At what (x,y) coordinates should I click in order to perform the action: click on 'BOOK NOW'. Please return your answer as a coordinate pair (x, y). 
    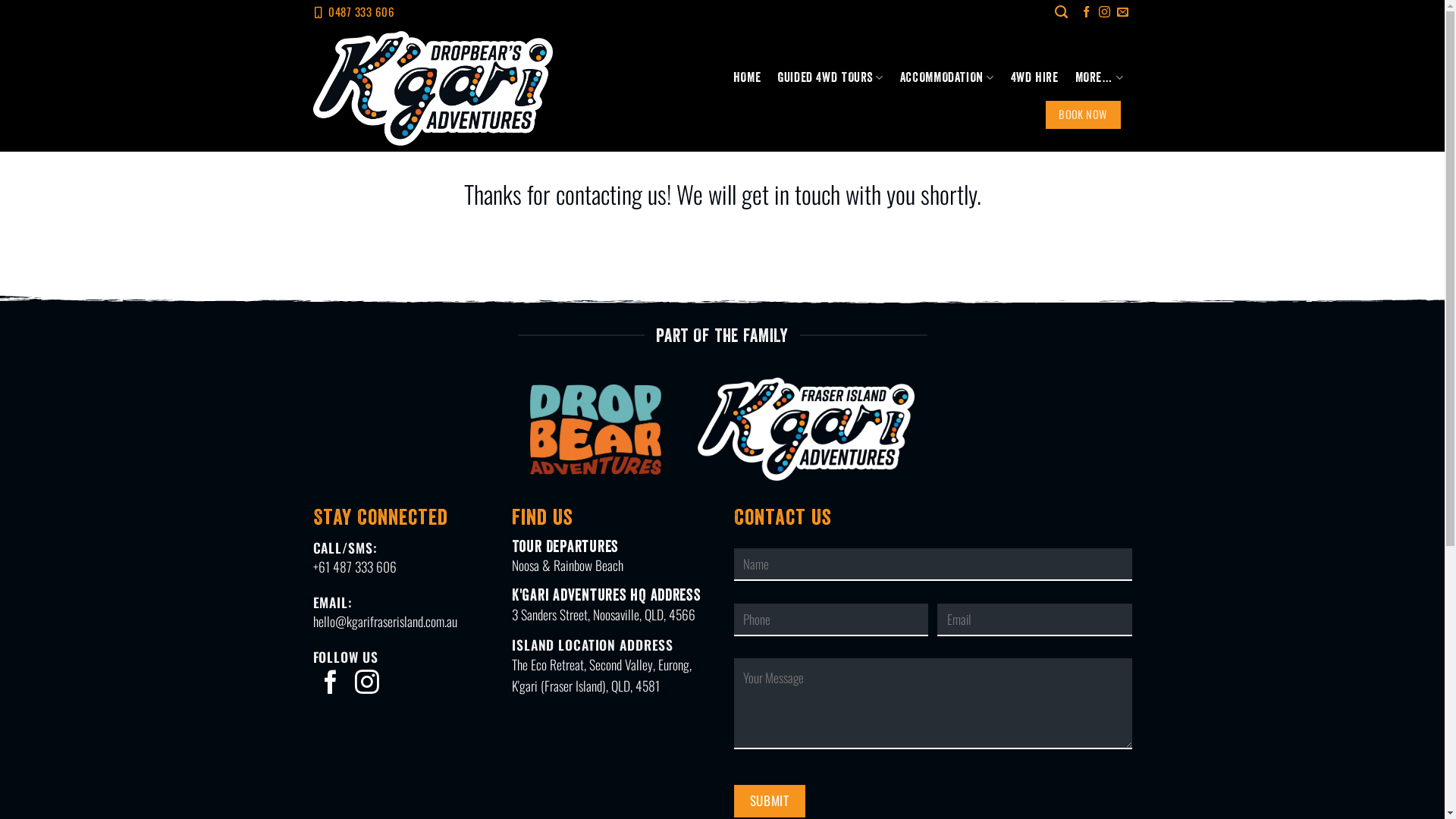
    Looking at the image, I should click on (1082, 113).